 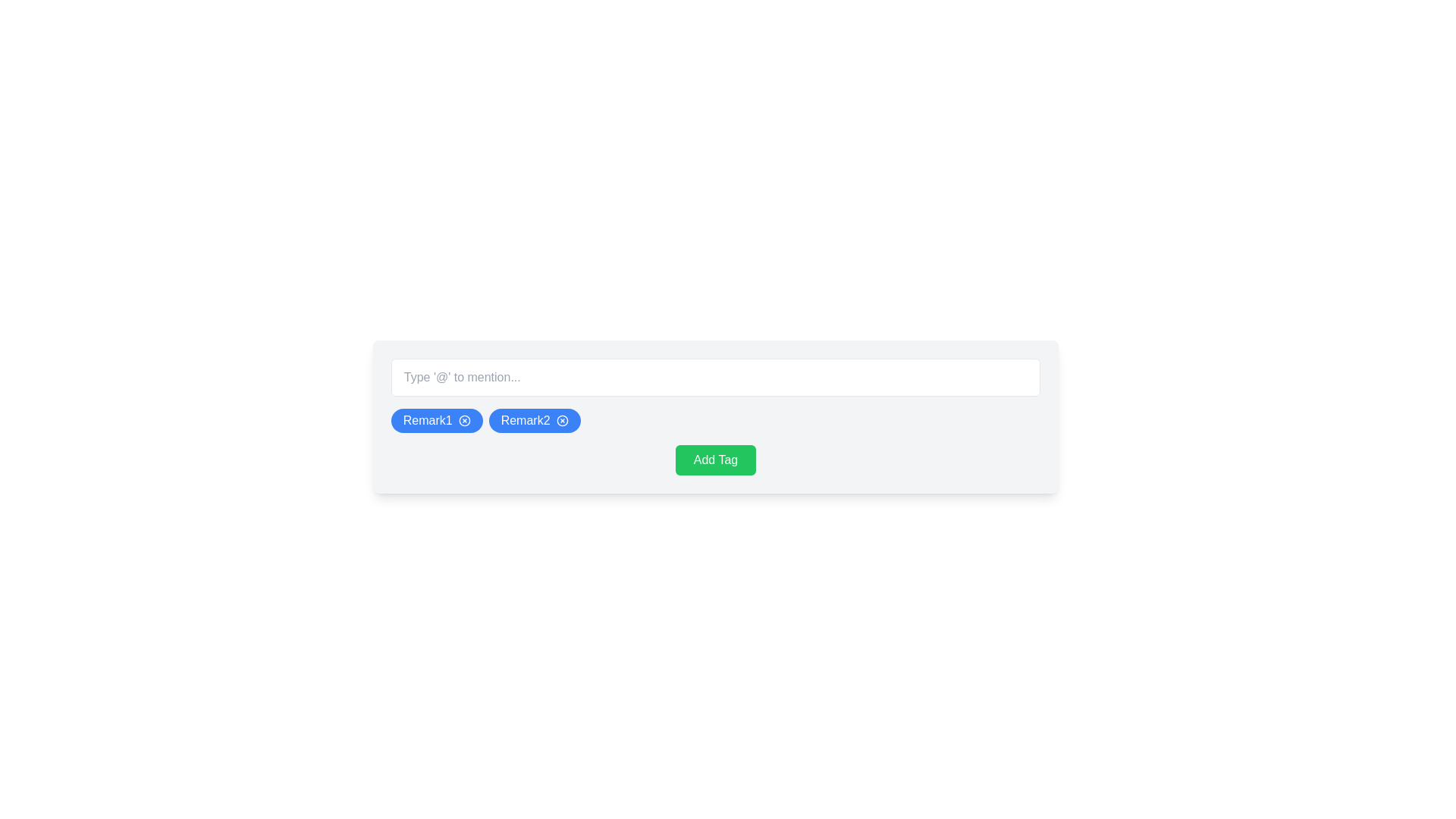 I want to click on the blue circular icon button with an 'X' symbol located to the right of the 'Remark1' text within a badge, so click(x=463, y=421).